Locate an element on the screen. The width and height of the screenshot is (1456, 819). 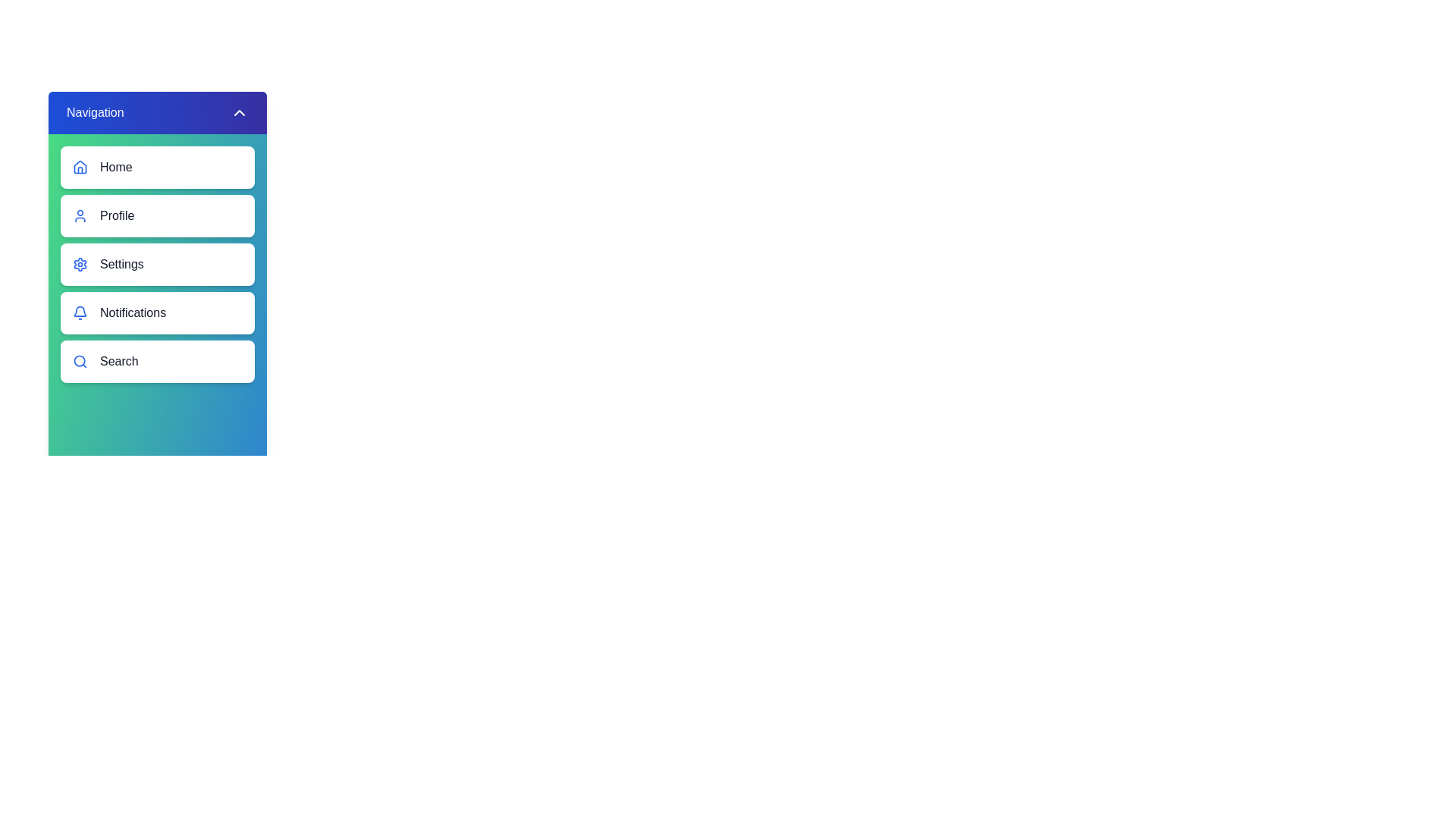
the notifications button, which is the fourth item in the vertical navigation list is located at coordinates (157, 312).